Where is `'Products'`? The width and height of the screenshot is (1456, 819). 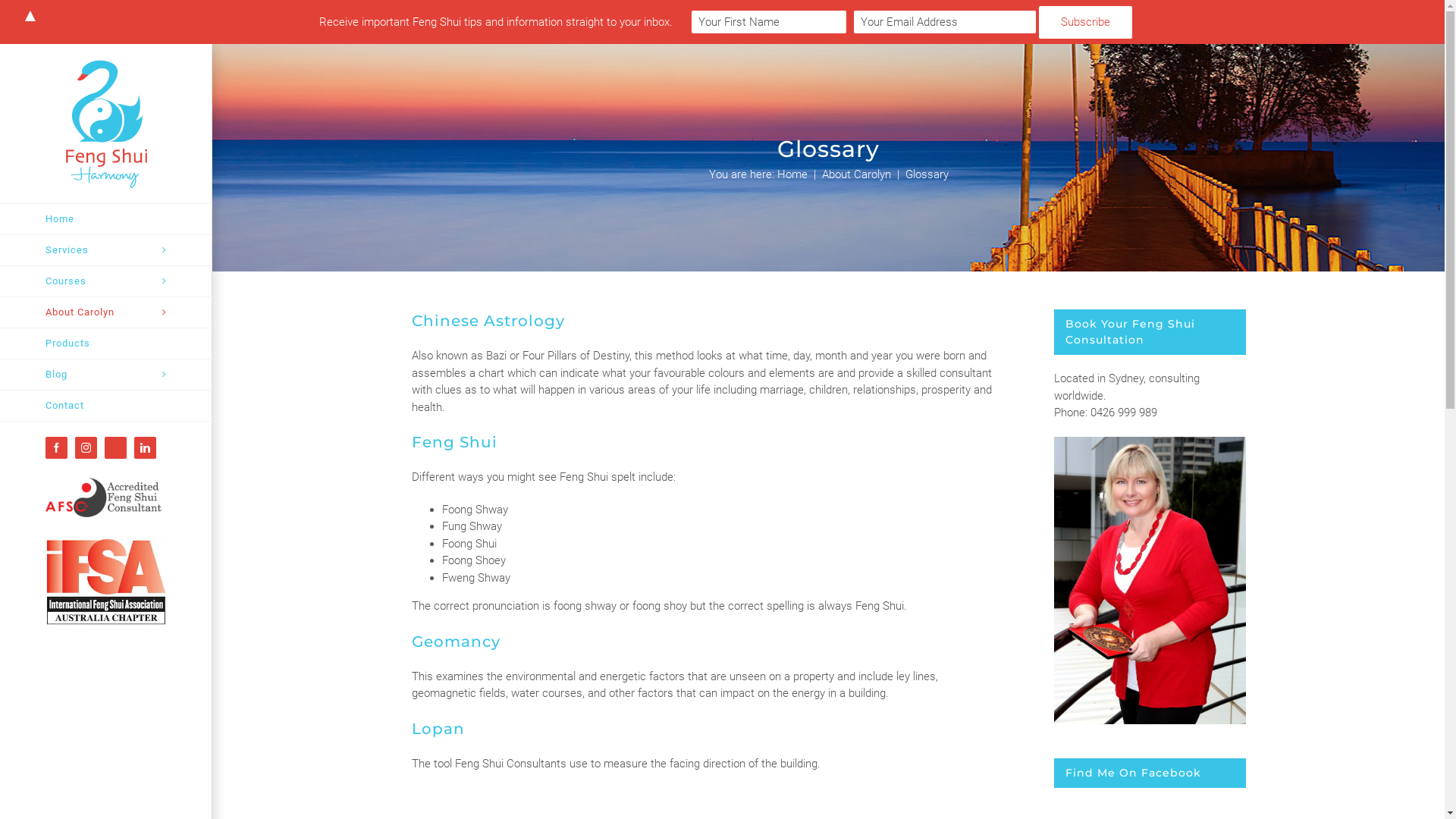 'Products' is located at coordinates (105, 344).